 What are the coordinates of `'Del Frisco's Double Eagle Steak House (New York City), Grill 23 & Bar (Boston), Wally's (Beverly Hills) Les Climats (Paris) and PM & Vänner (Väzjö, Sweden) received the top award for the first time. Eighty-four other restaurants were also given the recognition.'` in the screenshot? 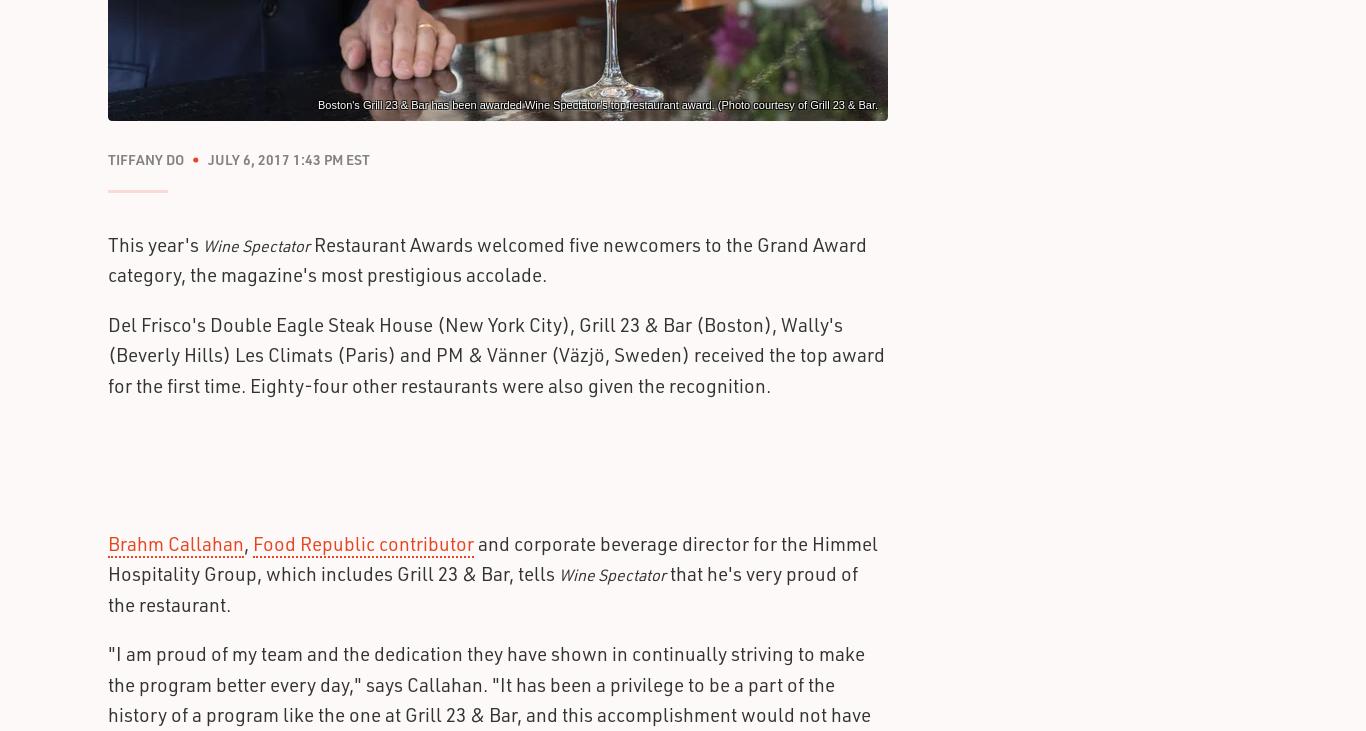 It's located at (496, 353).